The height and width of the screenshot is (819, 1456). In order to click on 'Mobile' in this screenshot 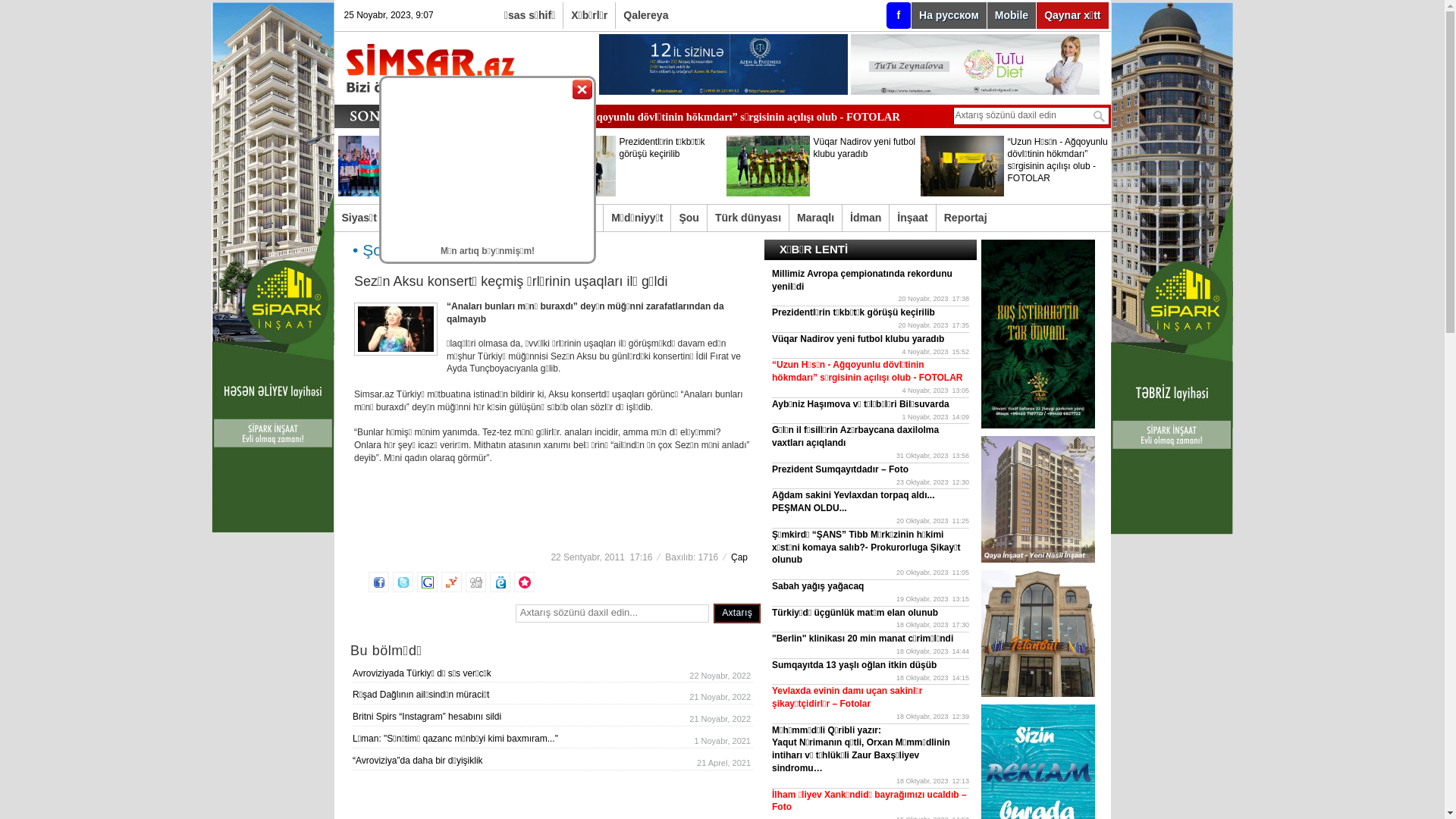, I will do `click(1012, 15)`.